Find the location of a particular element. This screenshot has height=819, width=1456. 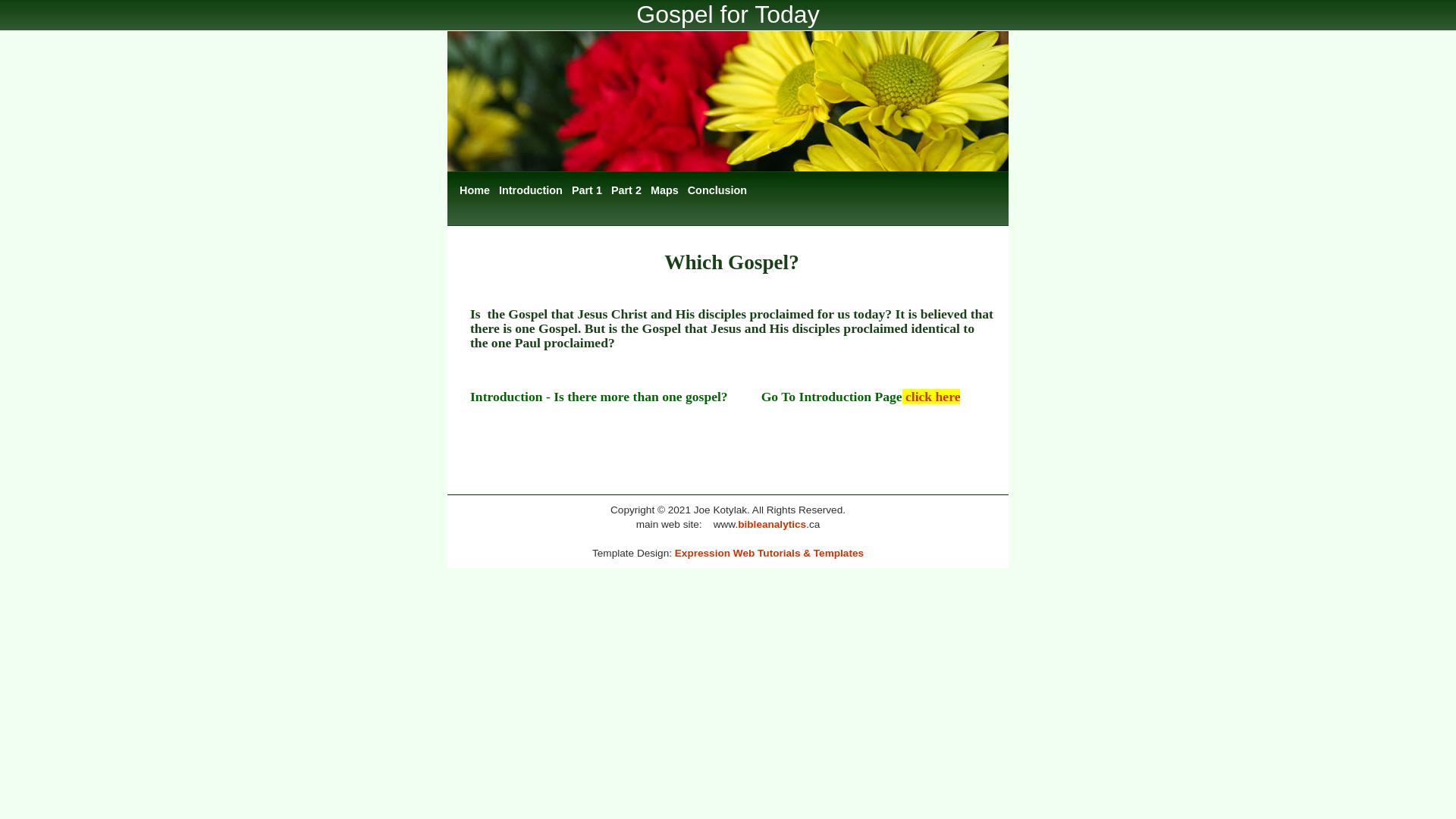

'Expression Web Tutorials & Templates' is located at coordinates (673, 553).